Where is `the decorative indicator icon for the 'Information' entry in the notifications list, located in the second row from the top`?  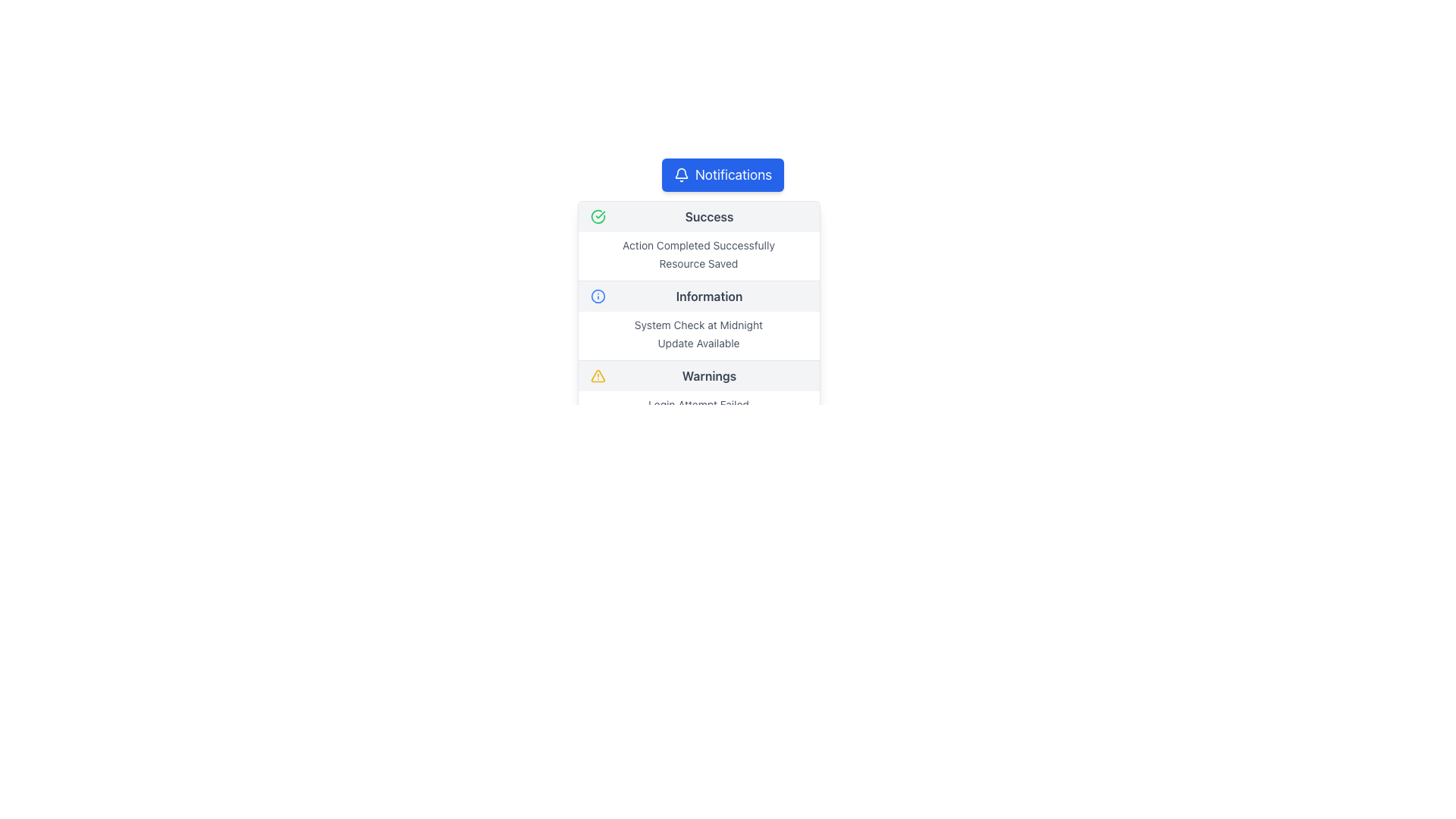 the decorative indicator icon for the 'Information' entry in the notifications list, located in the second row from the top is located at coordinates (597, 296).